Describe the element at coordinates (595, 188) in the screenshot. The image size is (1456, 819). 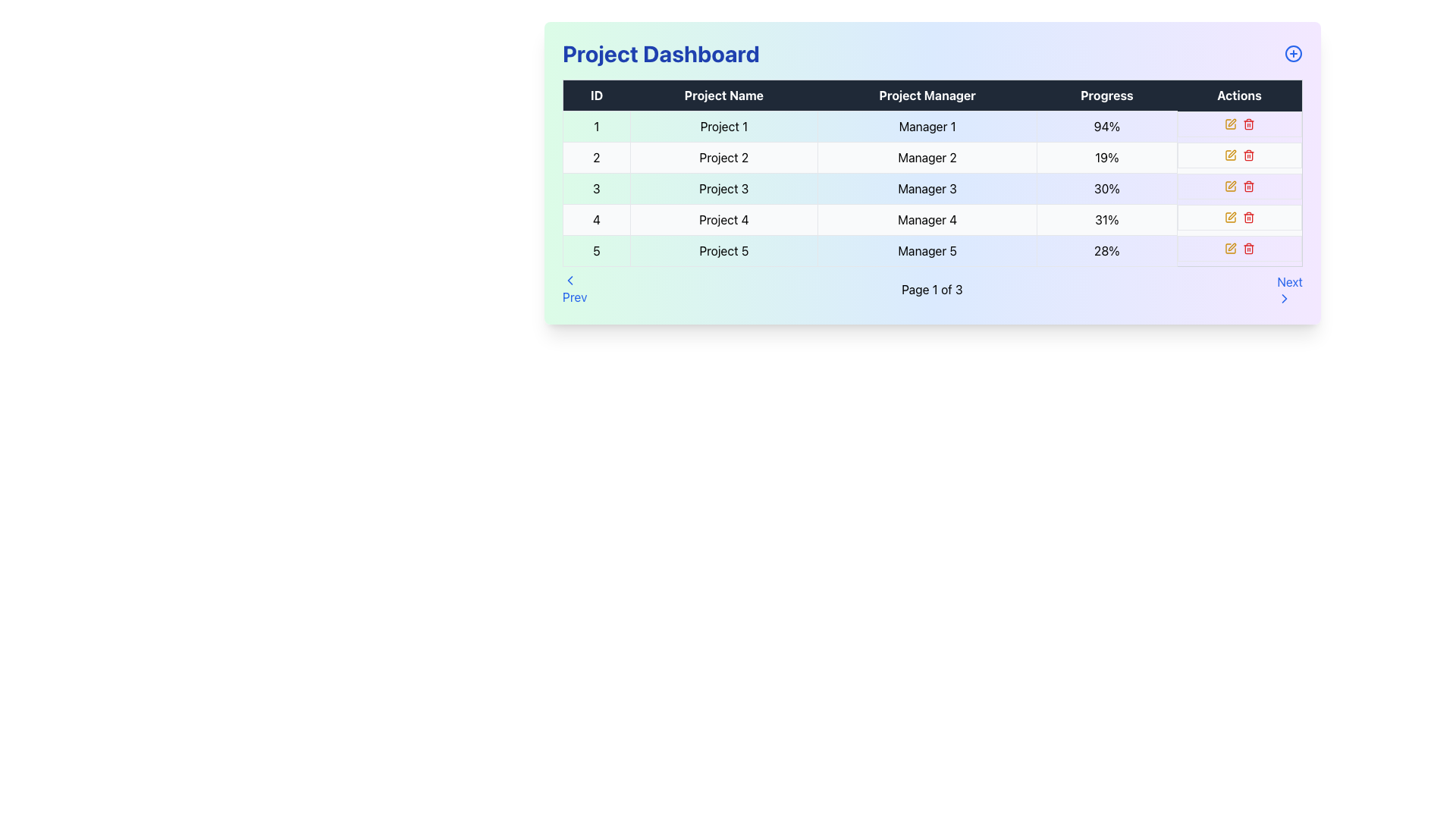
I see `the text label in the third row of the table under the 'ID' column that identifies 'Project 3'` at that location.